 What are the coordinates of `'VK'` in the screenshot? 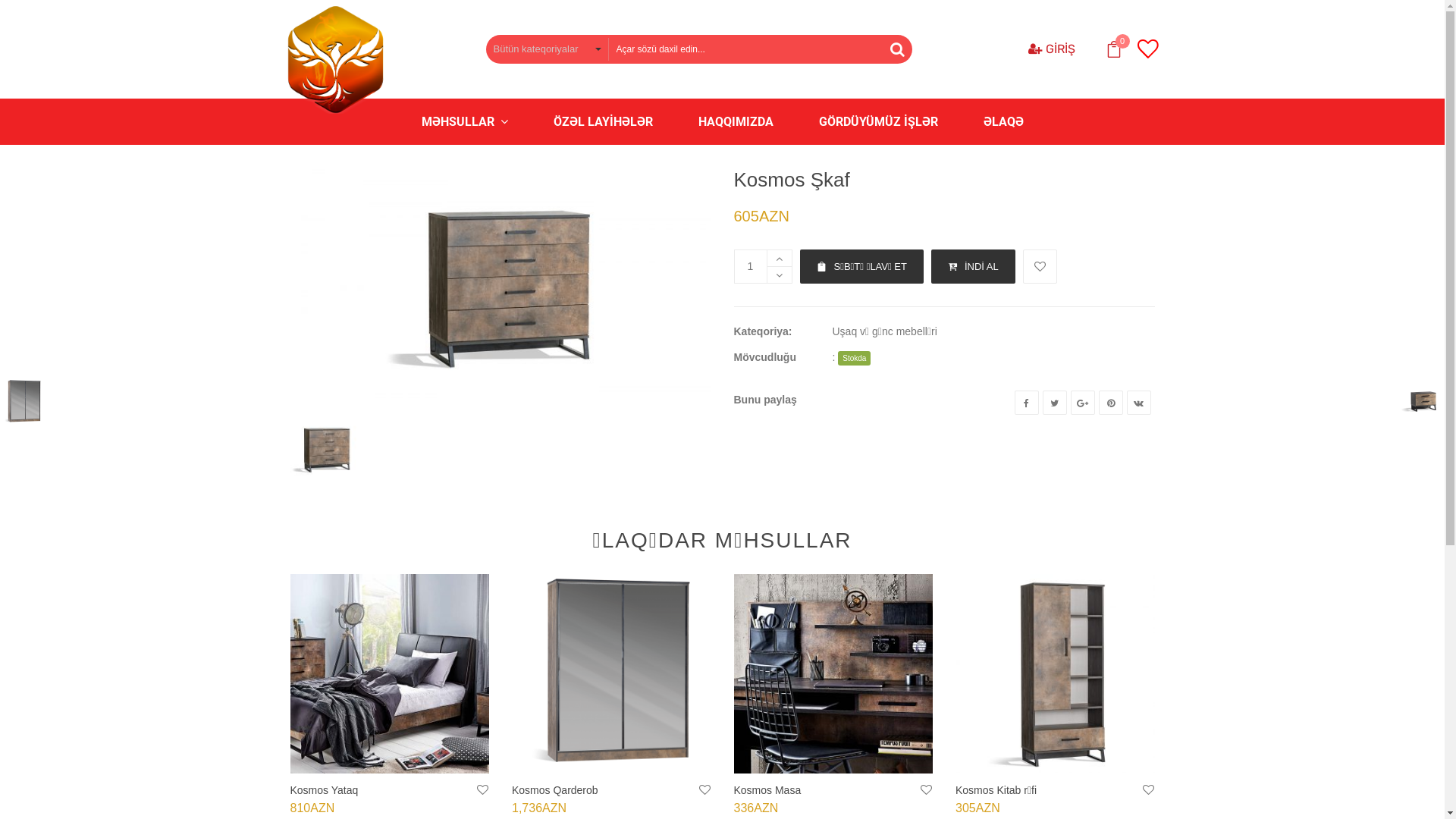 It's located at (1139, 402).